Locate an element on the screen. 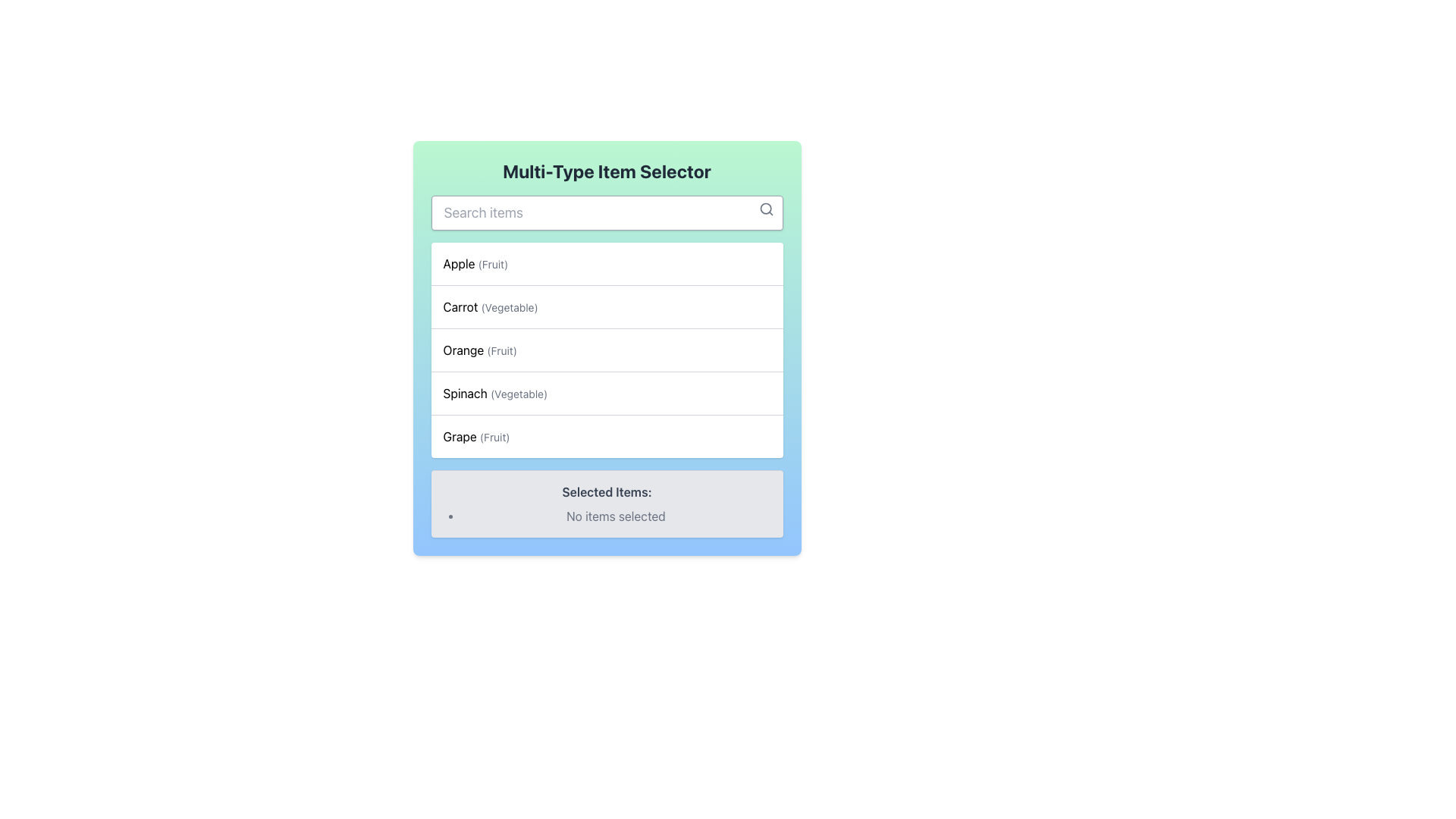  to select the first item in the list labeled 'Apple (Fruit)' located below the search bar is located at coordinates (607, 262).